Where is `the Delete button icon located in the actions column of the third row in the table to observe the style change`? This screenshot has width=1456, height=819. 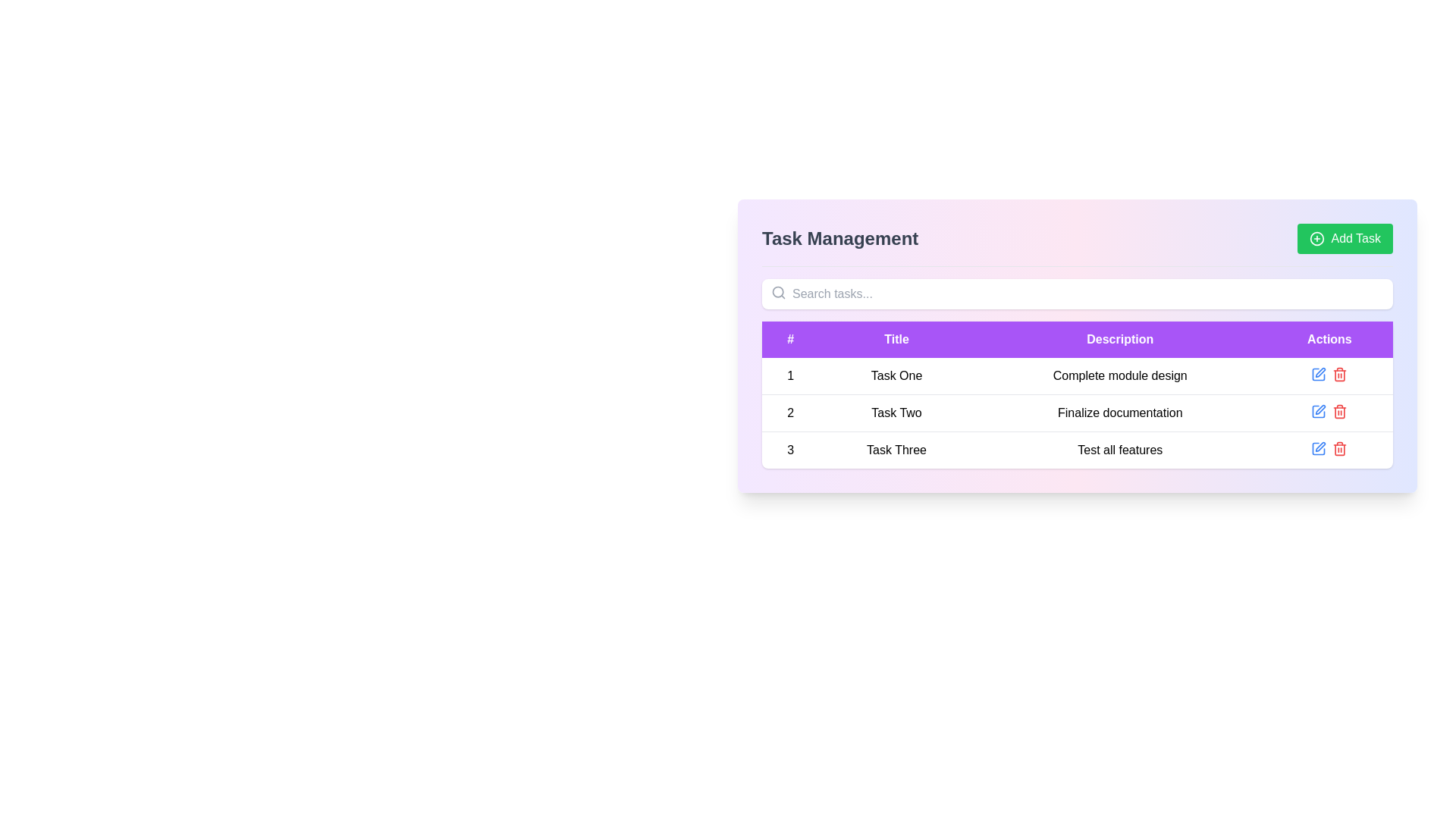
the Delete button icon located in the actions column of the third row in the table to observe the style change is located at coordinates (1340, 447).